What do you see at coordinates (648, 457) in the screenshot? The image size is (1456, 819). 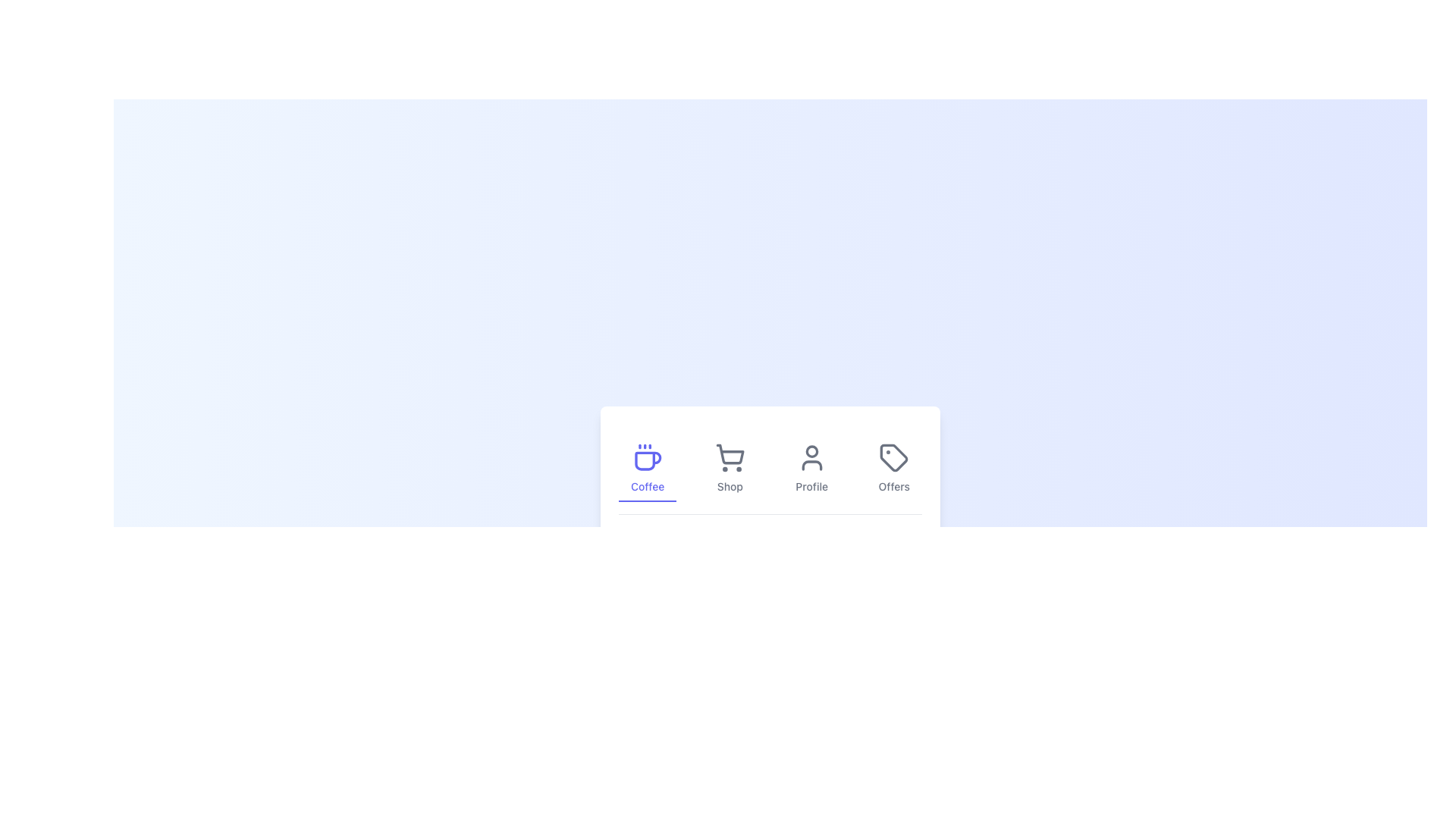 I see `the coffee category icon located in the bottom navigation bar` at bounding box center [648, 457].